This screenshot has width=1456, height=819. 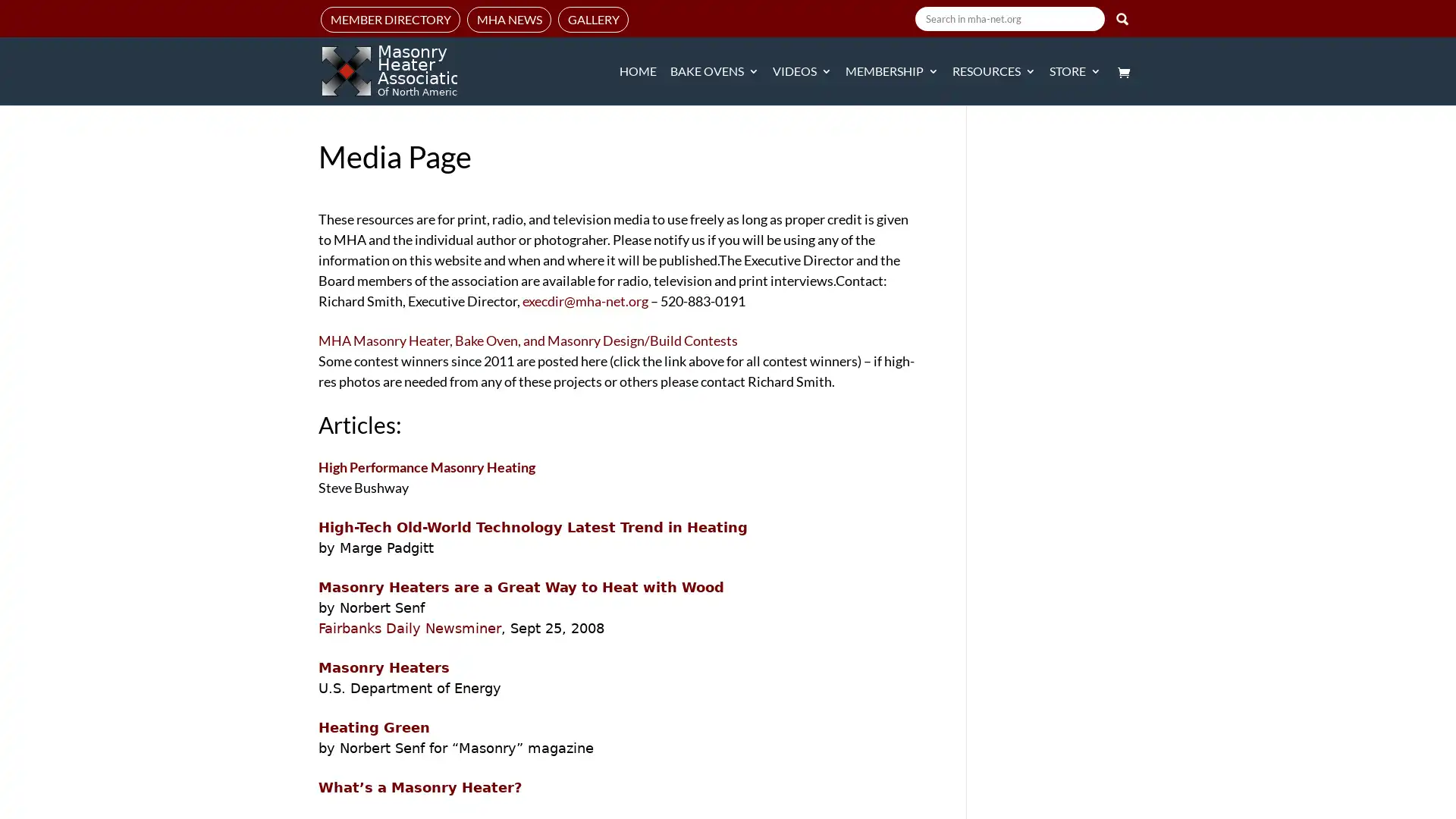 What do you see at coordinates (1122, 18) in the screenshot?
I see `Search` at bounding box center [1122, 18].